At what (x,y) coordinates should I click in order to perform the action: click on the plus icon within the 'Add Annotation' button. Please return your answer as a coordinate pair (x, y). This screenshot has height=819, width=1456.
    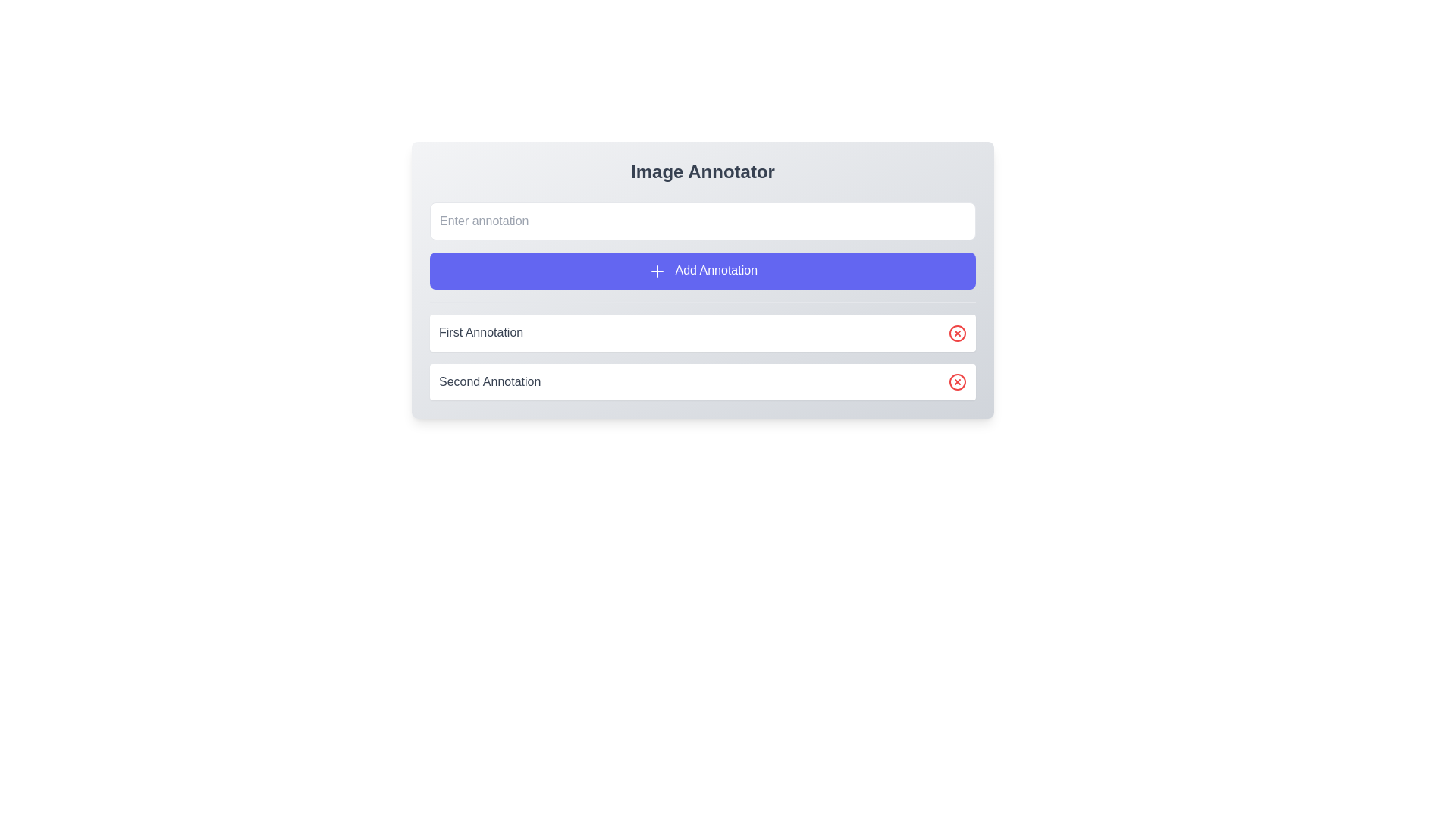
    Looking at the image, I should click on (657, 270).